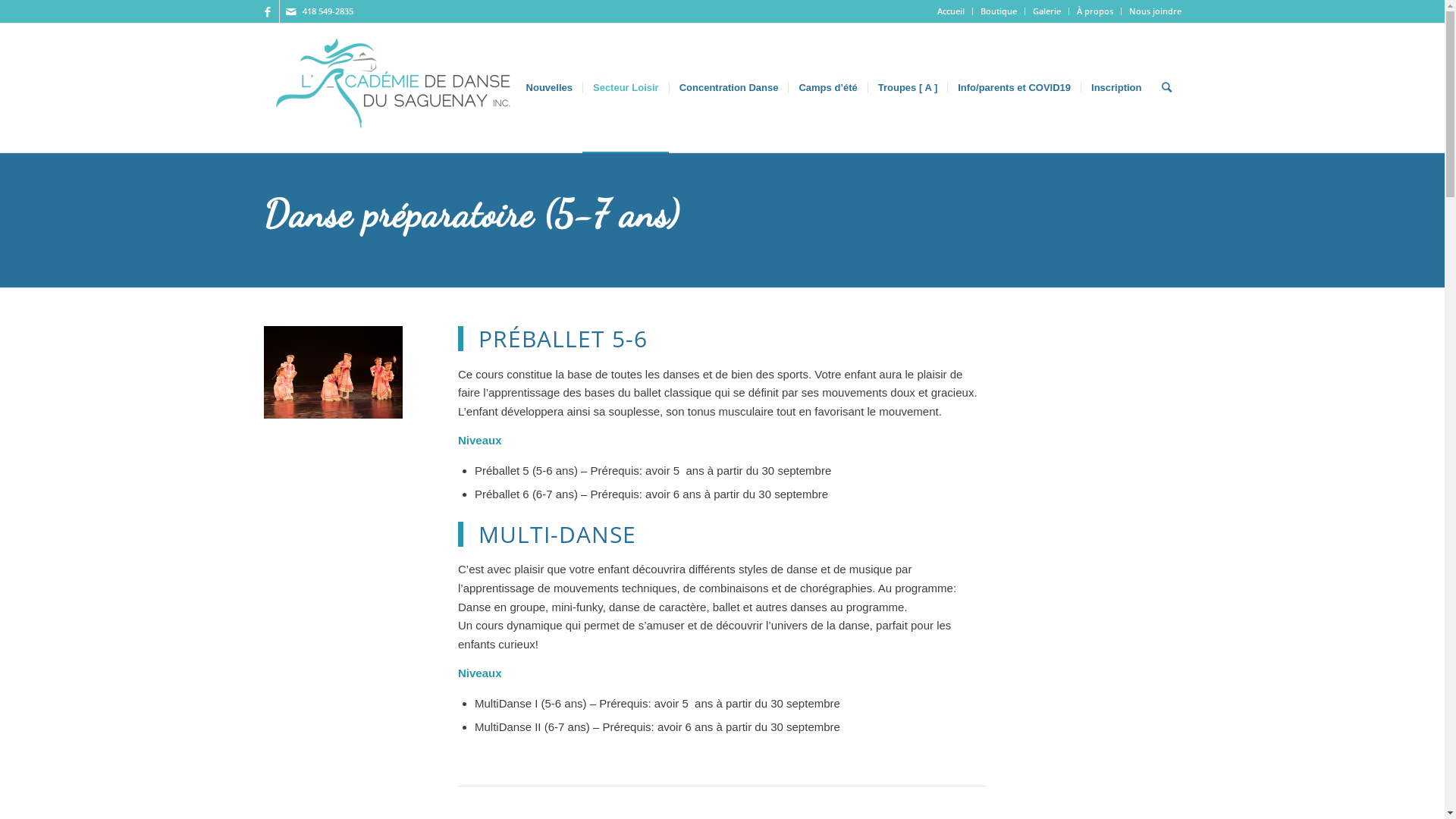  I want to click on 'Secteur Loisir', so click(626, 87).